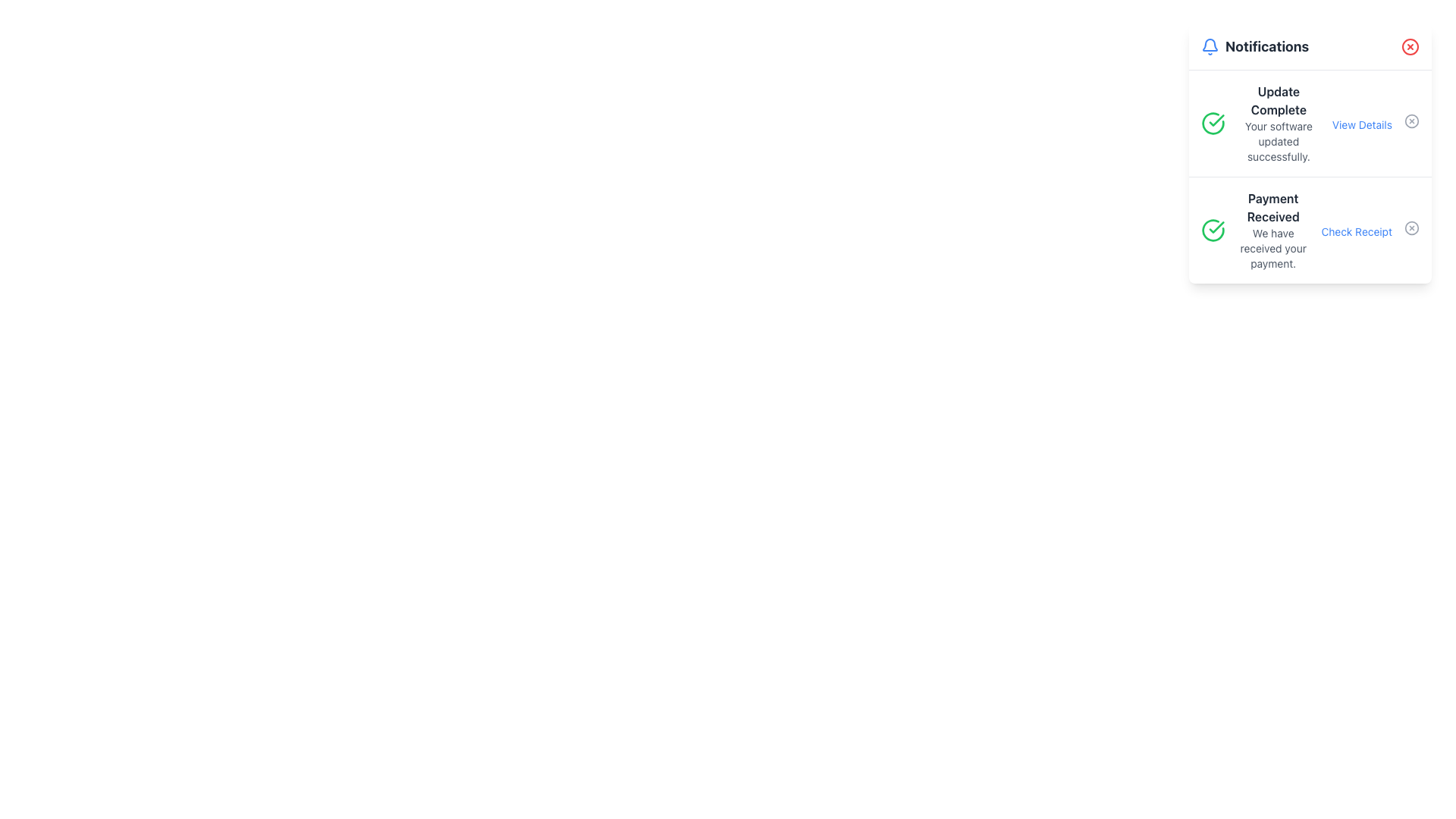 The image size is (1456, 819). What do you see at coordinates (1273, 247) in the screenshot?
I see `the text snippet styled in a small, gray font that reads 'We have received your payment.' located below the bold header 'Payment Received' in the notification panel` at bounding box center [1273, 247].